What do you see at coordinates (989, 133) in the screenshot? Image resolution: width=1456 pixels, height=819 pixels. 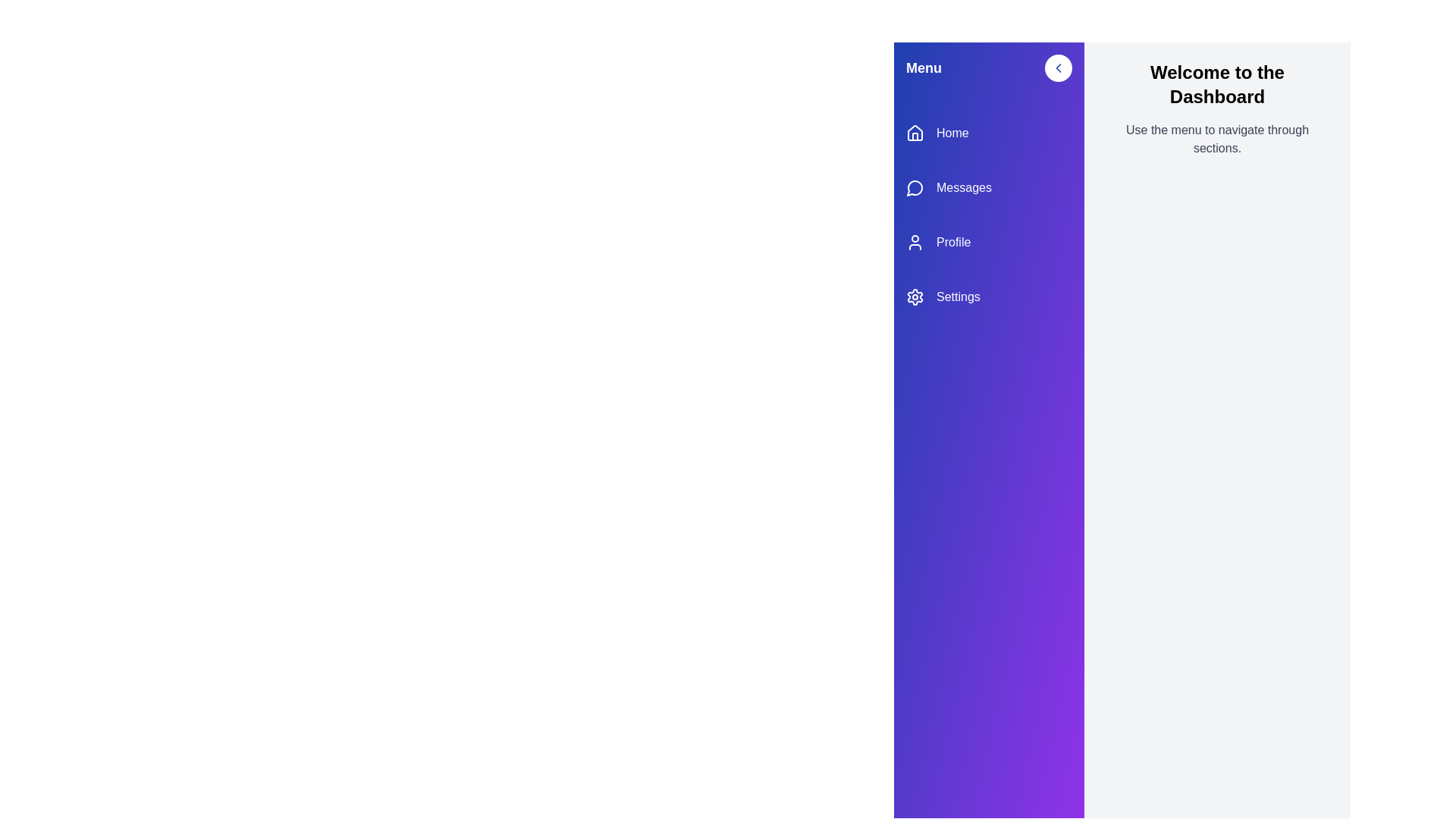 I see `the menu item Home to navigate` at bounding box center [989, 133].